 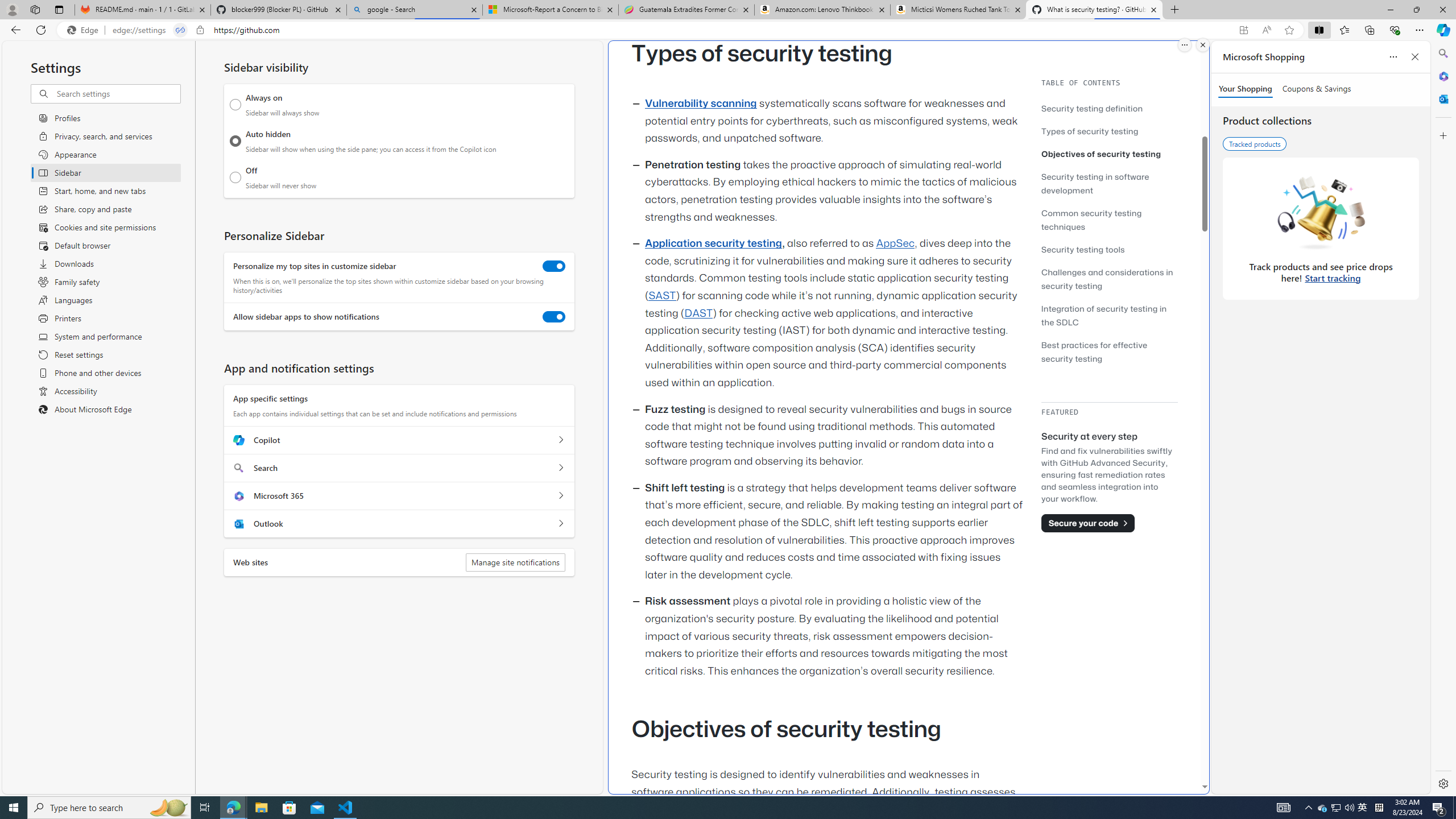 What do you see at coordinates (1108, 351) in the screenshot?
I see `'Best practices for effective security testing'` at bounding box center [1108, 351].